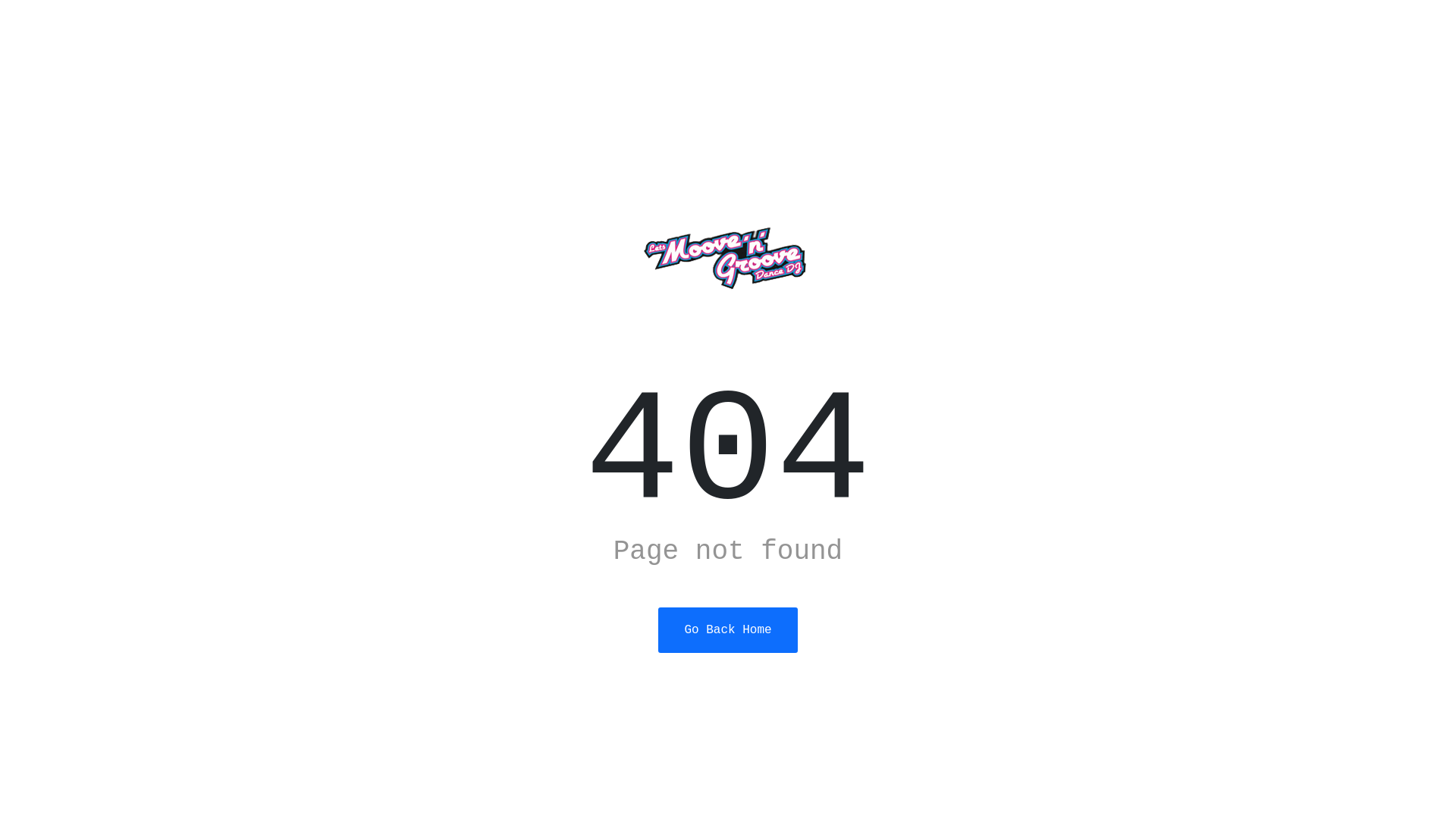 This screenshot has width=1456, height=819. I want to click on 'Go Back Home', so click(726, 629).